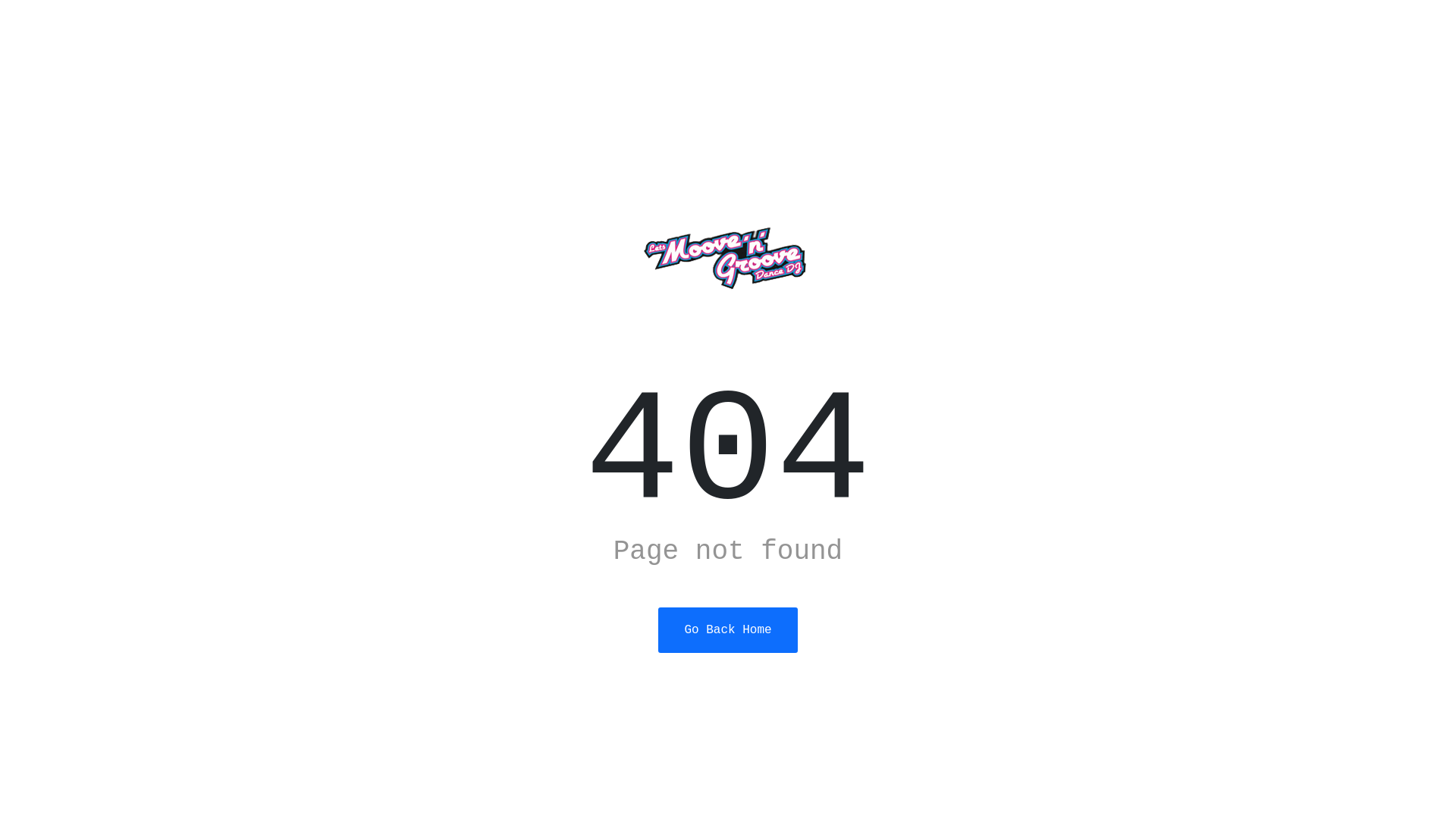 This screenshot has width=1456, height=819. I want to click on 'Go Back Home', so click(726, 629).